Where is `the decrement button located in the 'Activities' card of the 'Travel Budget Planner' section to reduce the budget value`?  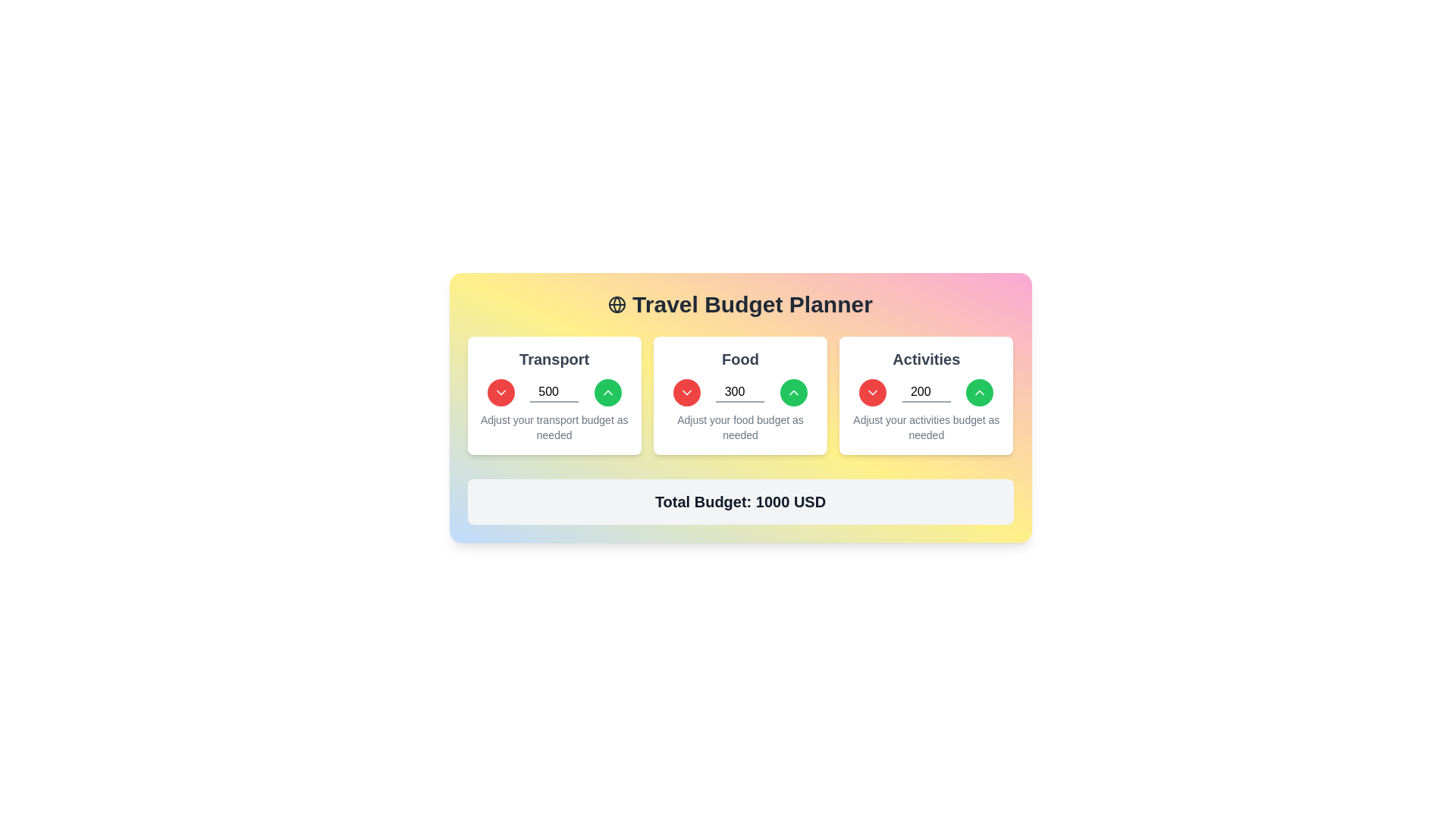
the decrement button located in the 'Activities' card of the 'Travel Budget Planner' section to reduce the budget value is located at coordinates (873, 391).